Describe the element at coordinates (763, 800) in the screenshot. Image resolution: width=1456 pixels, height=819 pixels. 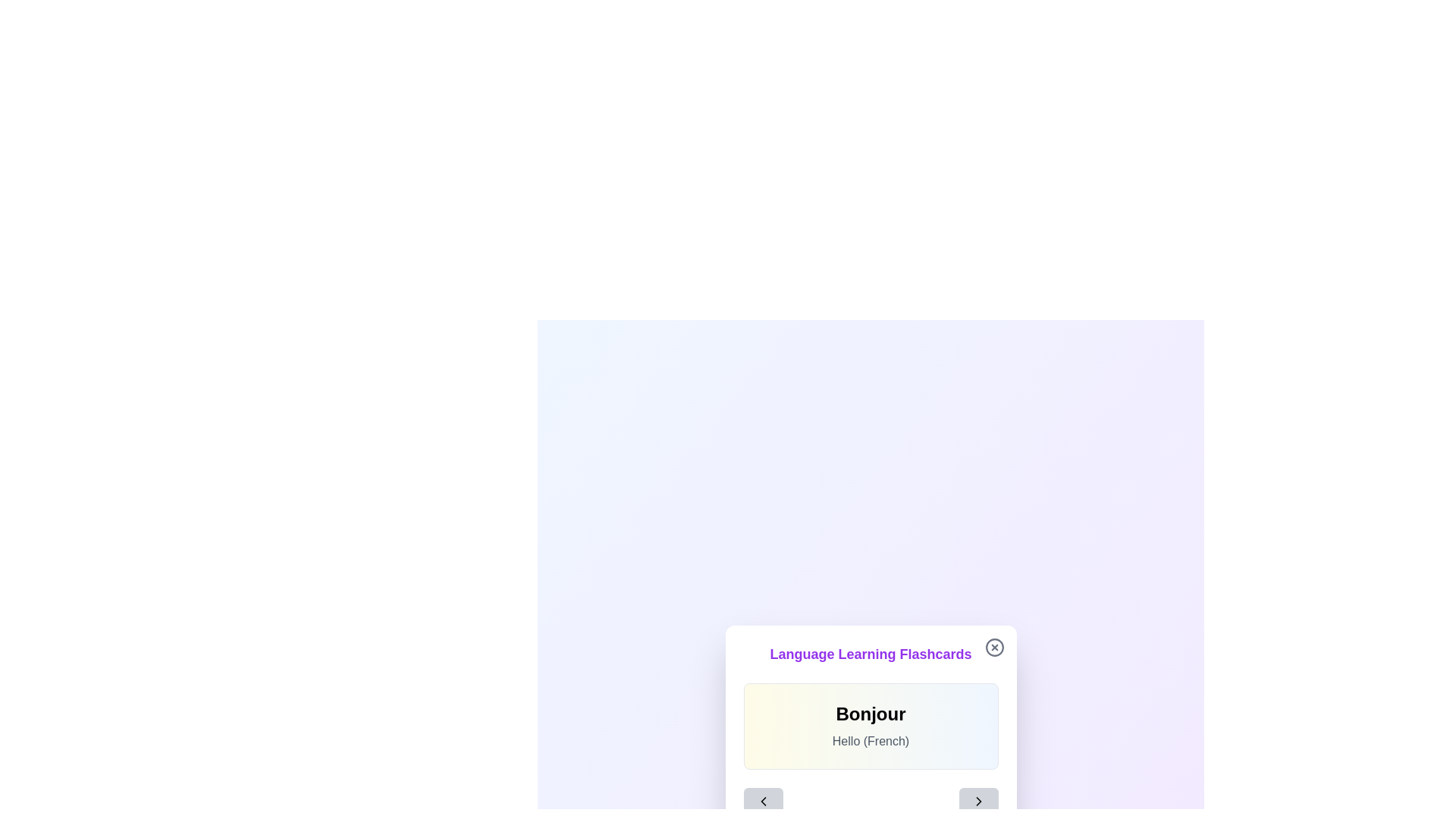
I see `the button with a leftward-pointing arrow icon located at the bottom-left corner of the 'Language Learning Flashcards' section` at that location.